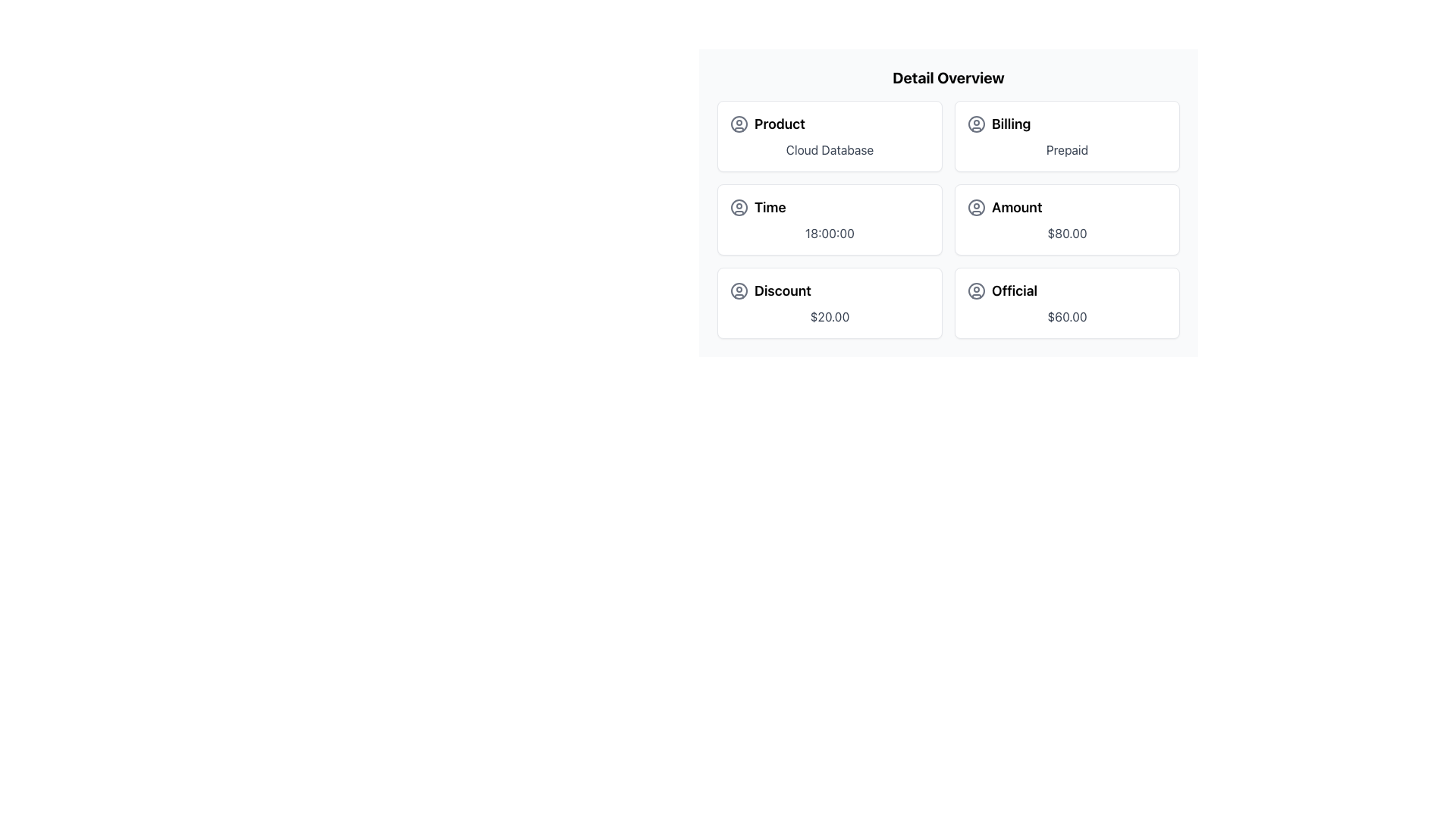 This screenshot has width=1456, height=819. I want to click on text label 'Official' located to the right of the user icon in the bottom-right card of a 2x3 grid, so click(1015, 291).